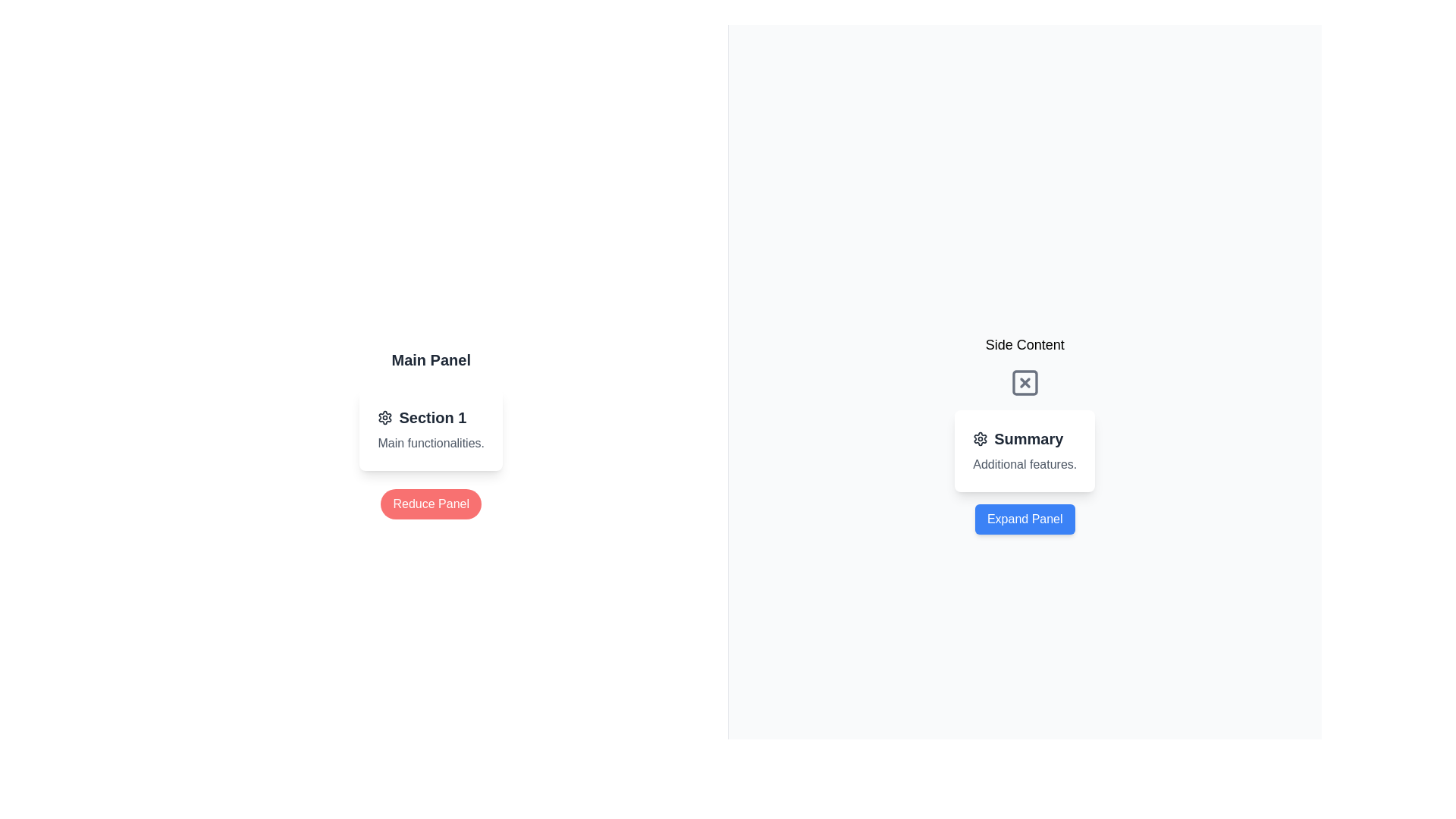 The image size is (1456, 819). Describe the element at coordinates (1025, 519) in the screenshot. I see `the 'Expand Panel' button, which is a rectangular button with rounded corners and a blue background located in the 'Side Content' section beneath the 'Summary' card` at that location.